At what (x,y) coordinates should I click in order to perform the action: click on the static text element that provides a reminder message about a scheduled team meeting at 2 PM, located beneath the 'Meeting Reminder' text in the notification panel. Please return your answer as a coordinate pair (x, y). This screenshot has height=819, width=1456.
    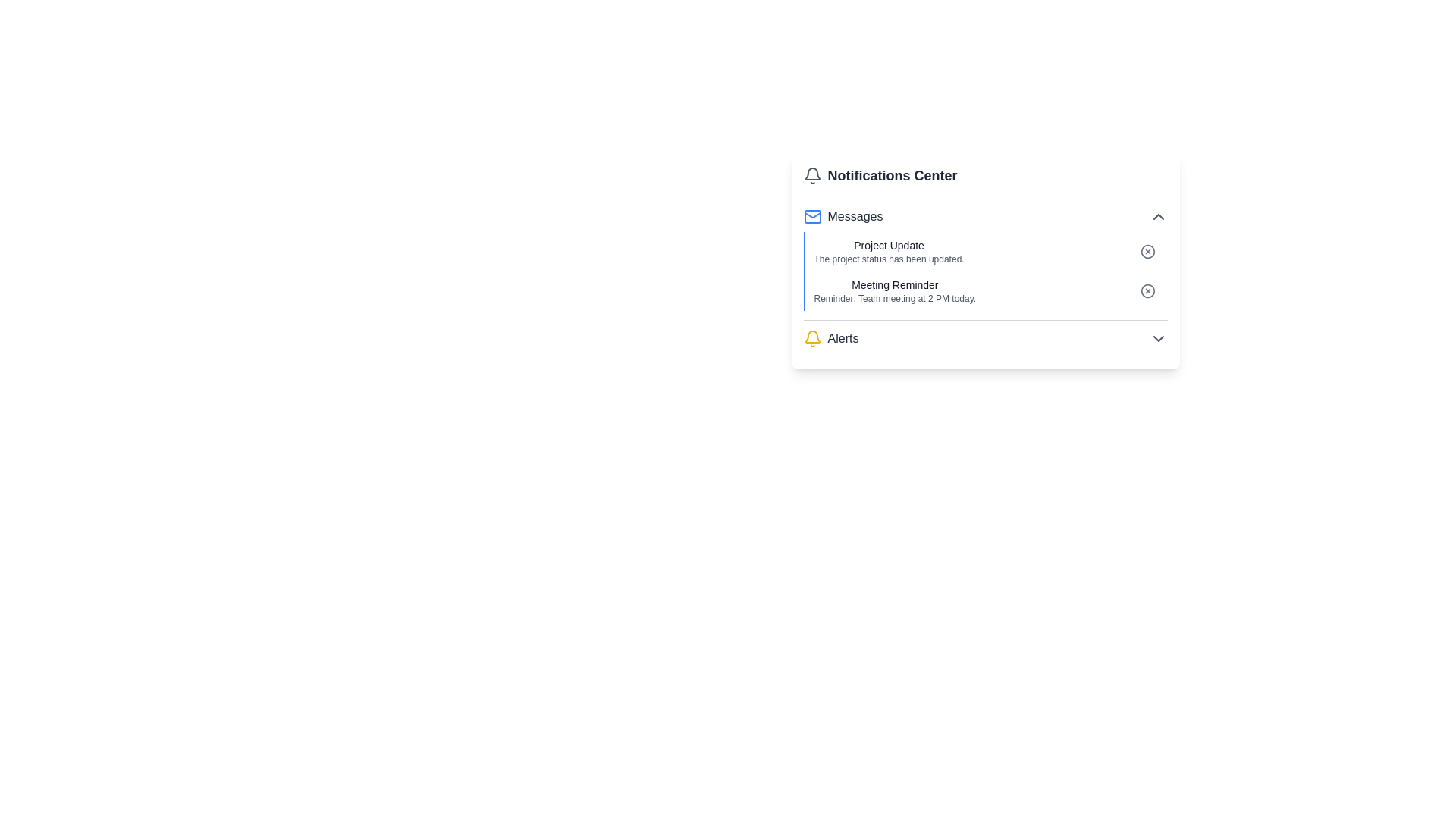
    Looking at the image, I should click on (895, 298).